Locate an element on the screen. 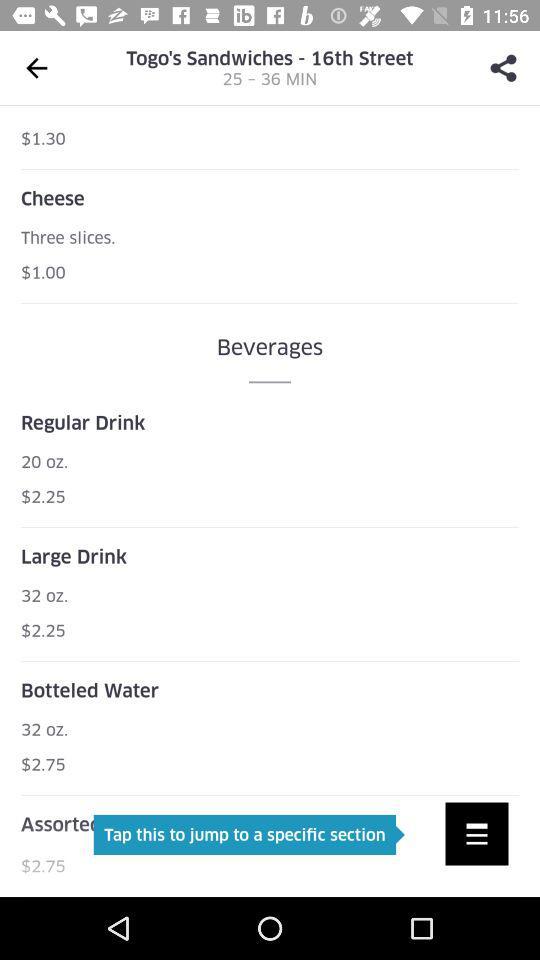  the arrow_backward icon is located at coordinates (36, 68).